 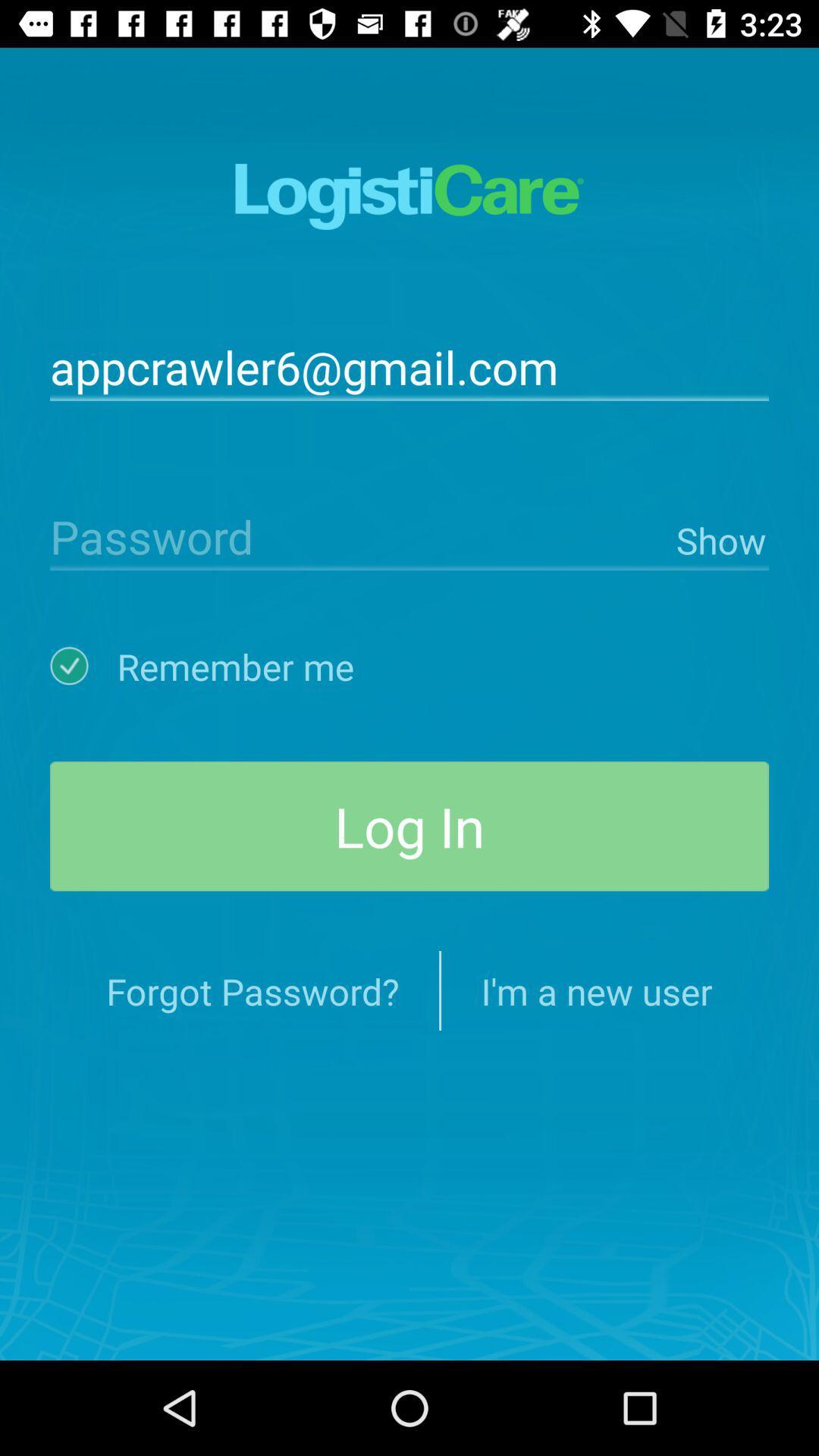 I want to click on password type option, so click(x=359, y=535).